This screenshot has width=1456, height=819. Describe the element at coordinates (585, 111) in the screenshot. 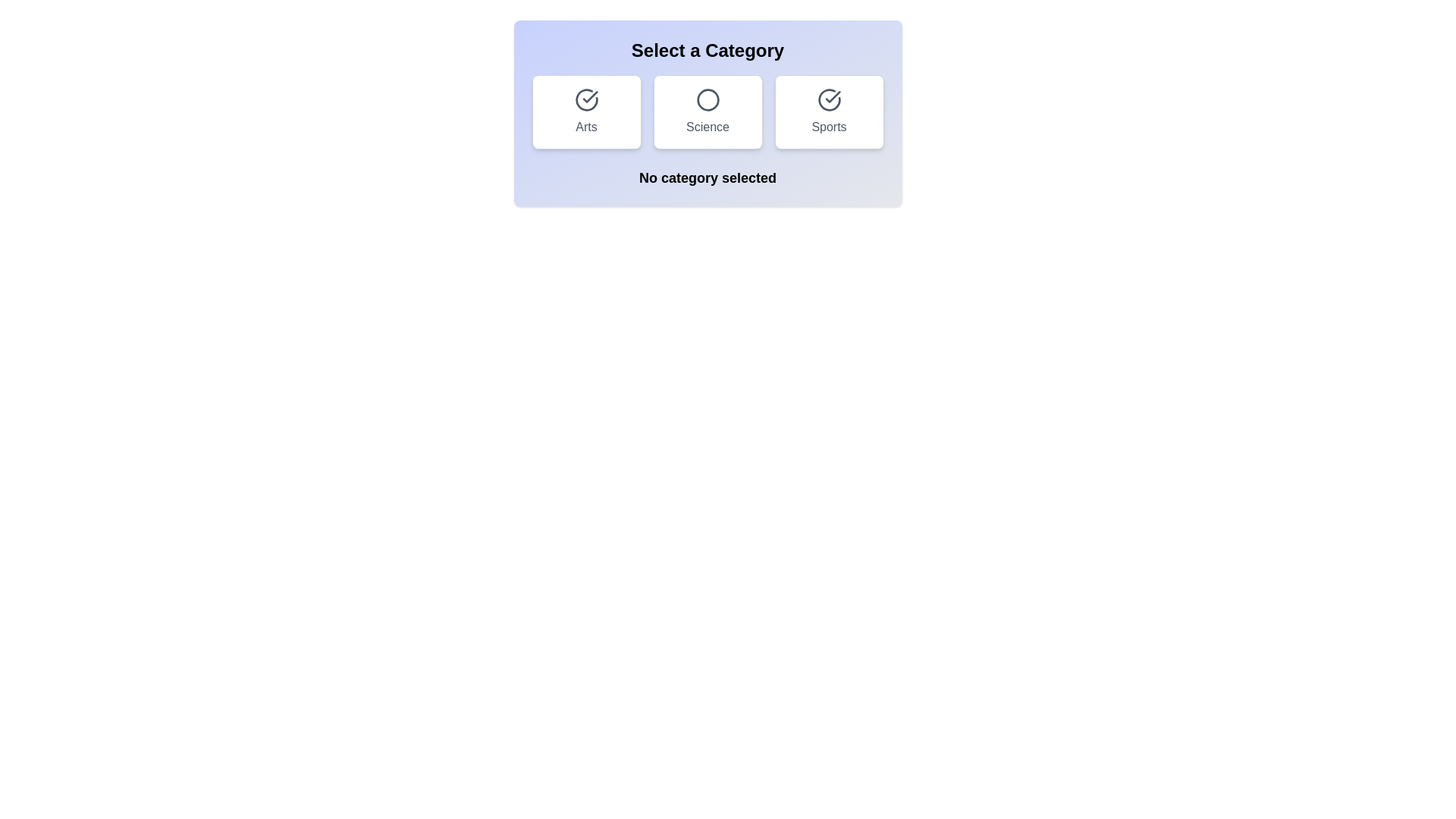

I see `the button labeled 'Arts', which is the first card on the left in a grid layout of three cards` at that location.